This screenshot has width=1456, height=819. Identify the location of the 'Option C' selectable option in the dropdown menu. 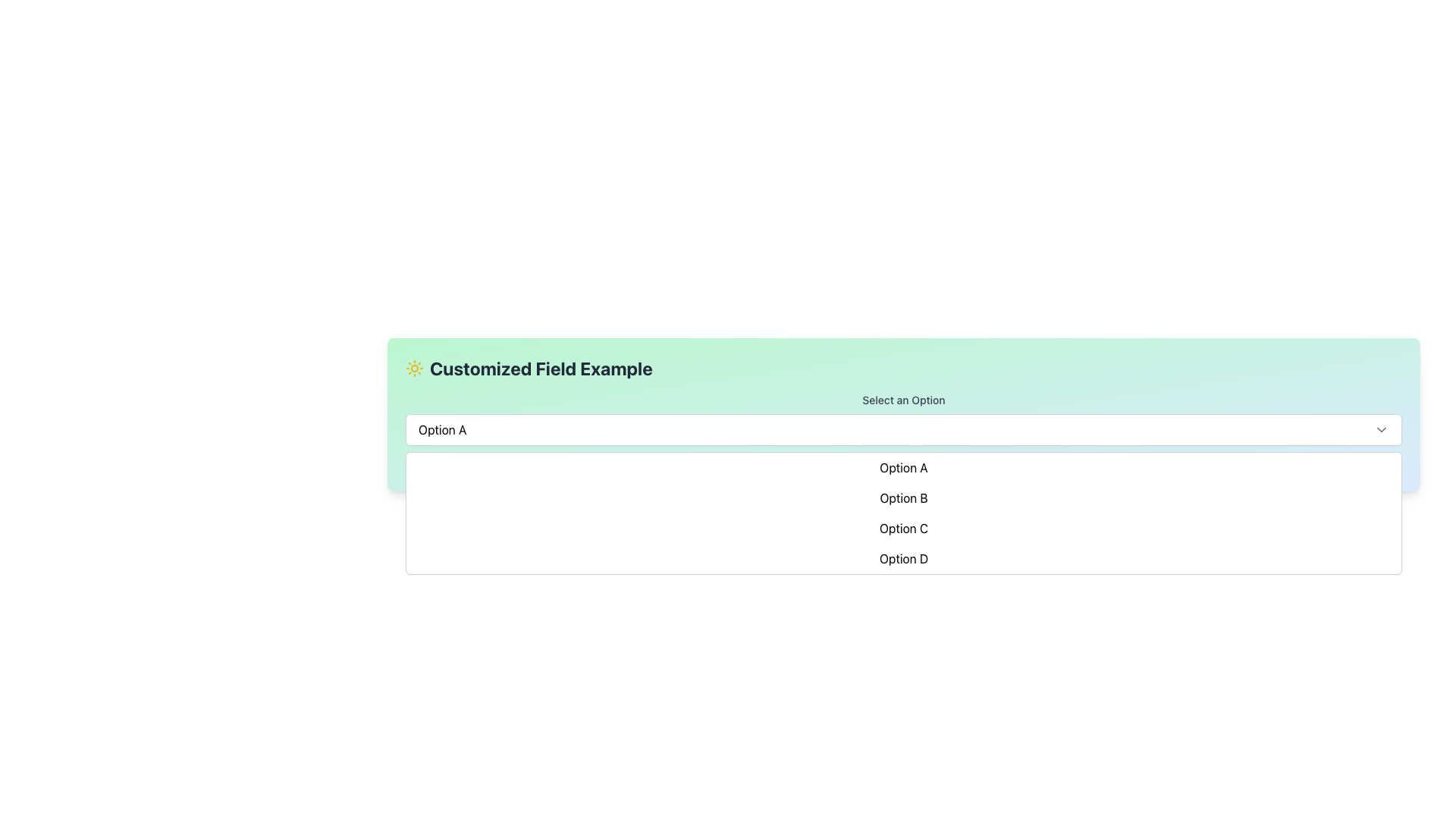
(903, 528).